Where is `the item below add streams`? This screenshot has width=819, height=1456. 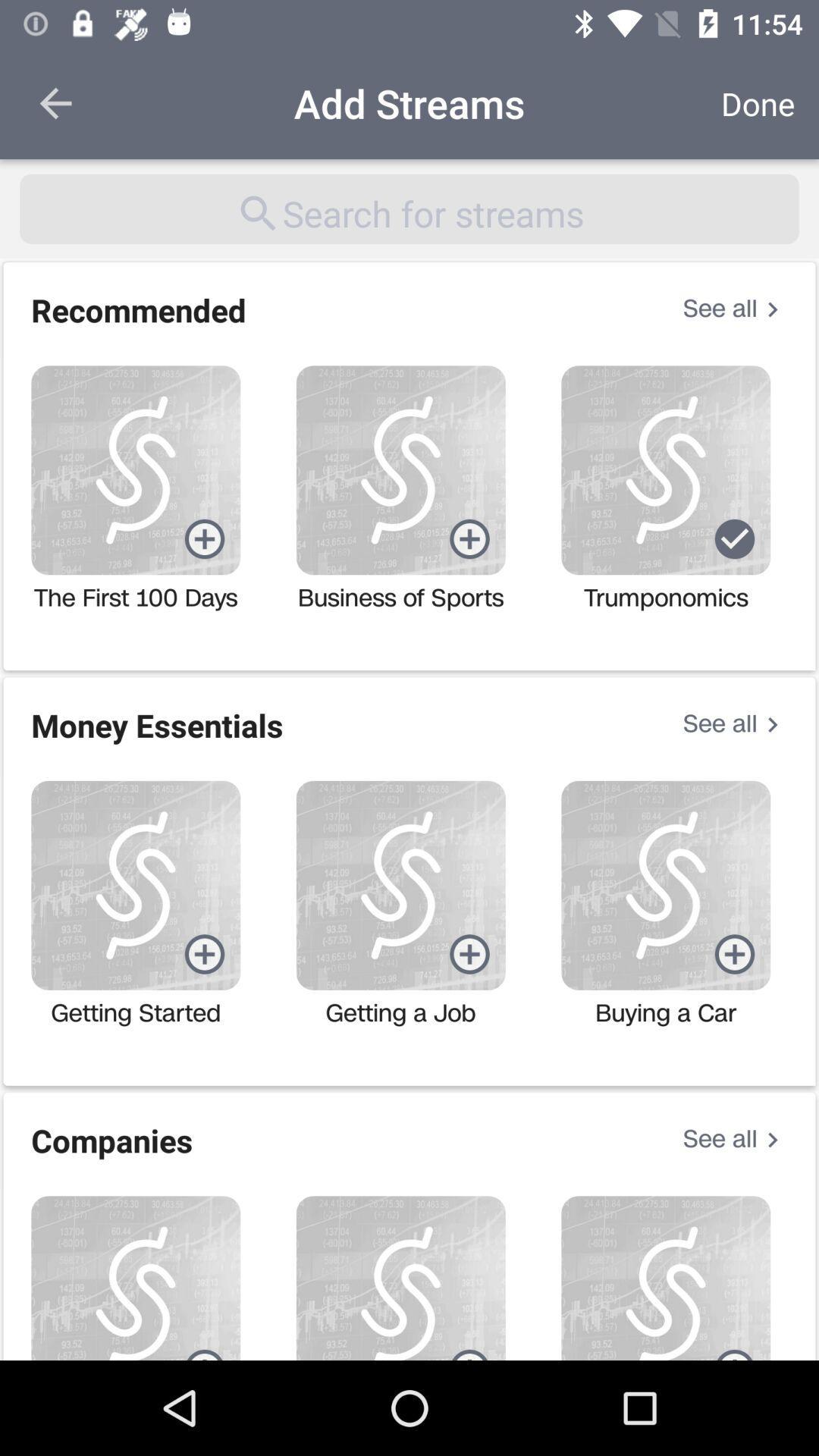
the item below add streams is located at coordinates (409, 208).